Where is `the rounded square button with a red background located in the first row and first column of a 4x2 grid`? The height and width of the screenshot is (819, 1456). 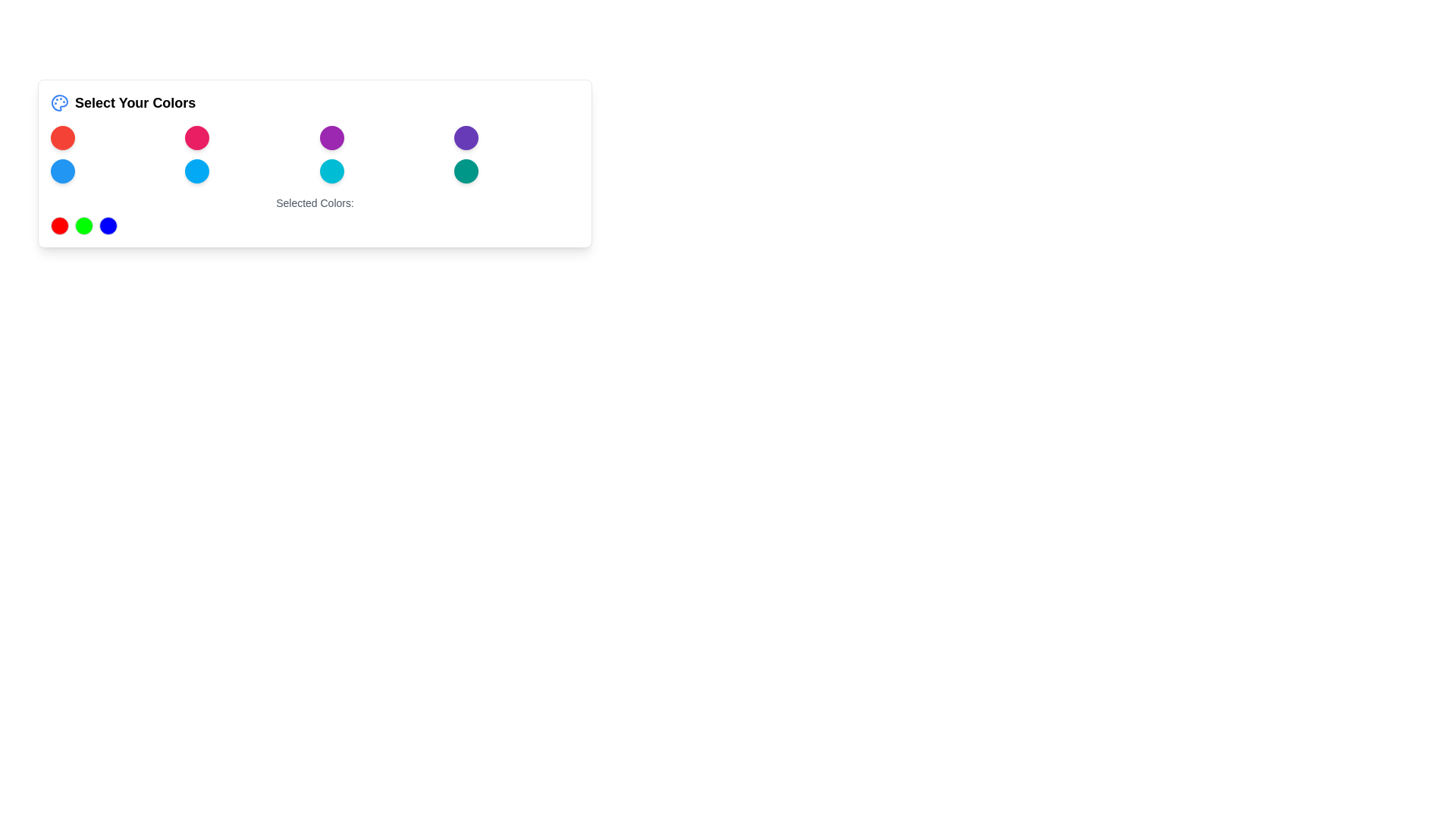
the rounded square button with a red background located in the first row and first column of a 4x2 grid is located at coordinates (61, 137).